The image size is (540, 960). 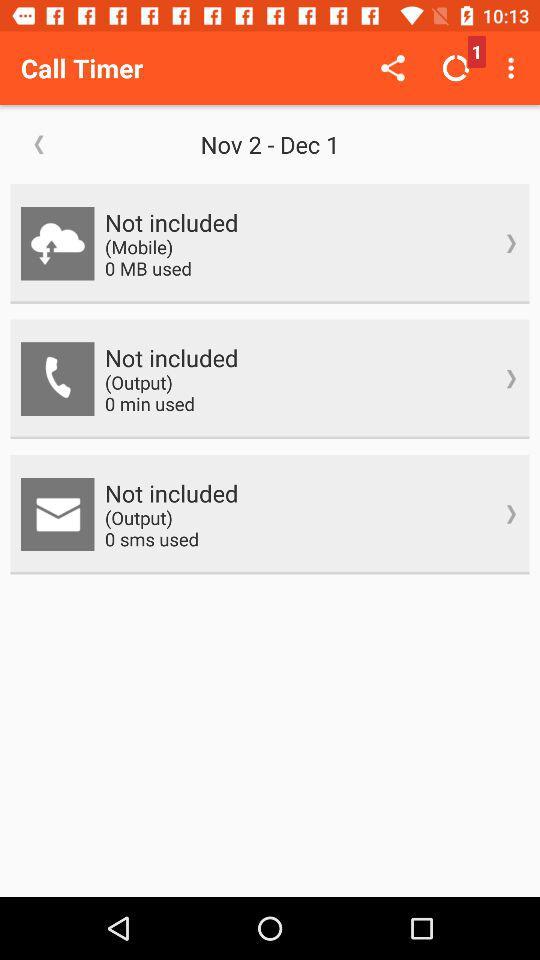 What do you see at coordinates (39, 143) in the screenshot?
I see `the icon to the left of nov 2 dec item` at bounding box center [39, 143].